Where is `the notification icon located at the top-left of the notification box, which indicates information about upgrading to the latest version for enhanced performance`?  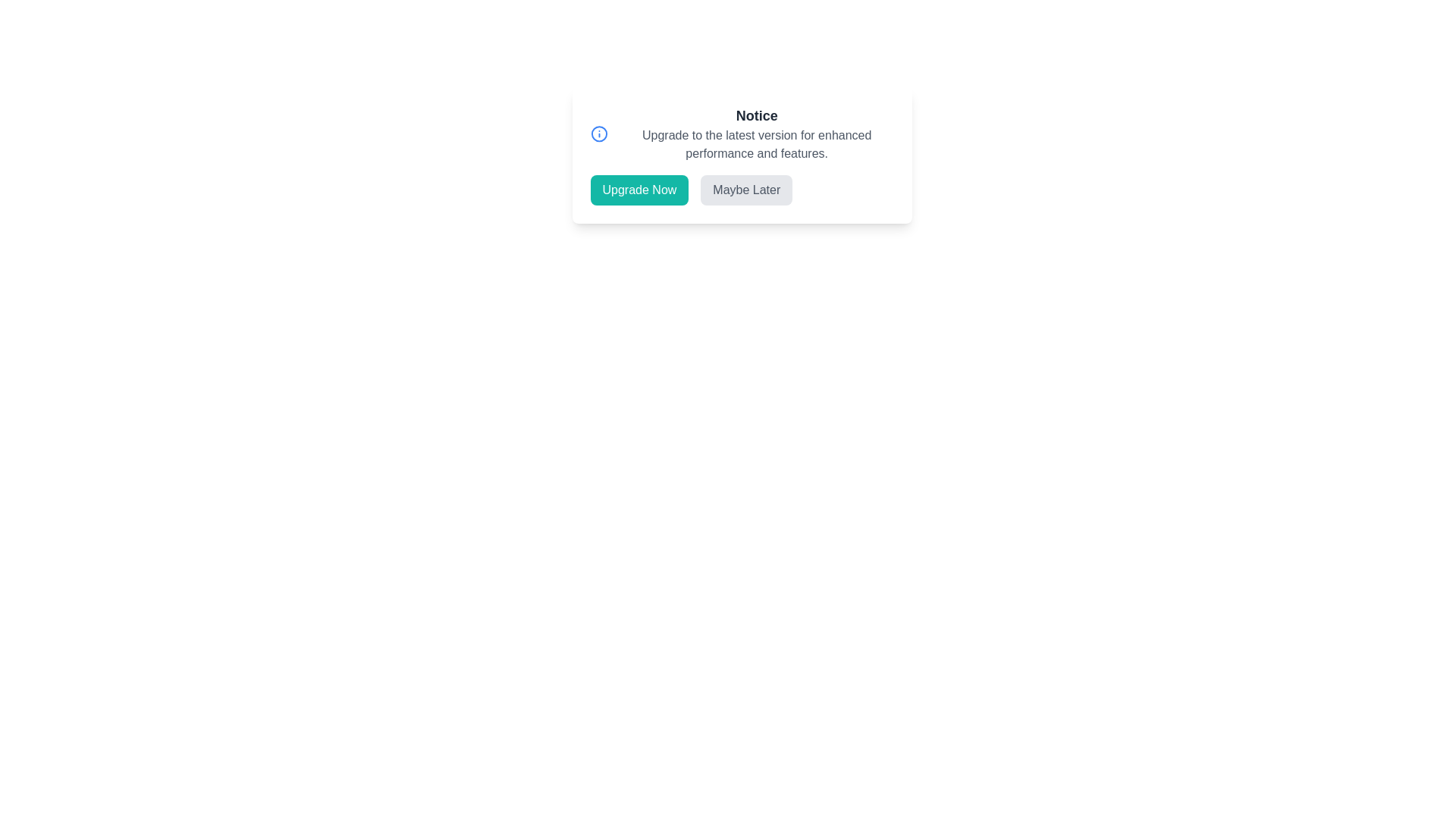 the notification icon located at the top-left of the notification box, which indicates information about upgrading to the latest version for enhanced performance is located at coordinates (598, 133).